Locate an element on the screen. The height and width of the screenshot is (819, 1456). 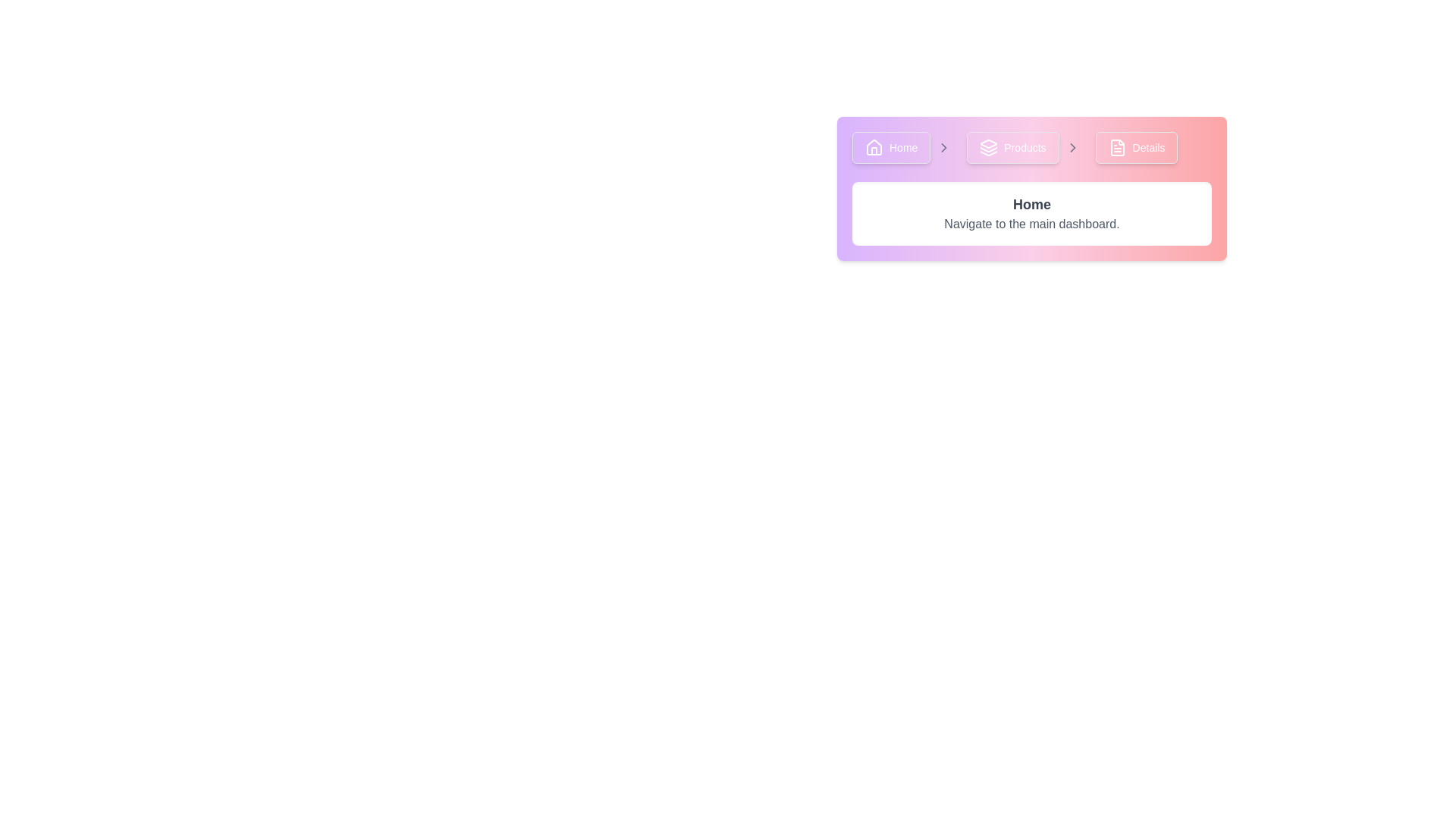
the triangular SVG graphic icon within the 'Products' breadcrumb navigation button is located at coordinates (989, 143).